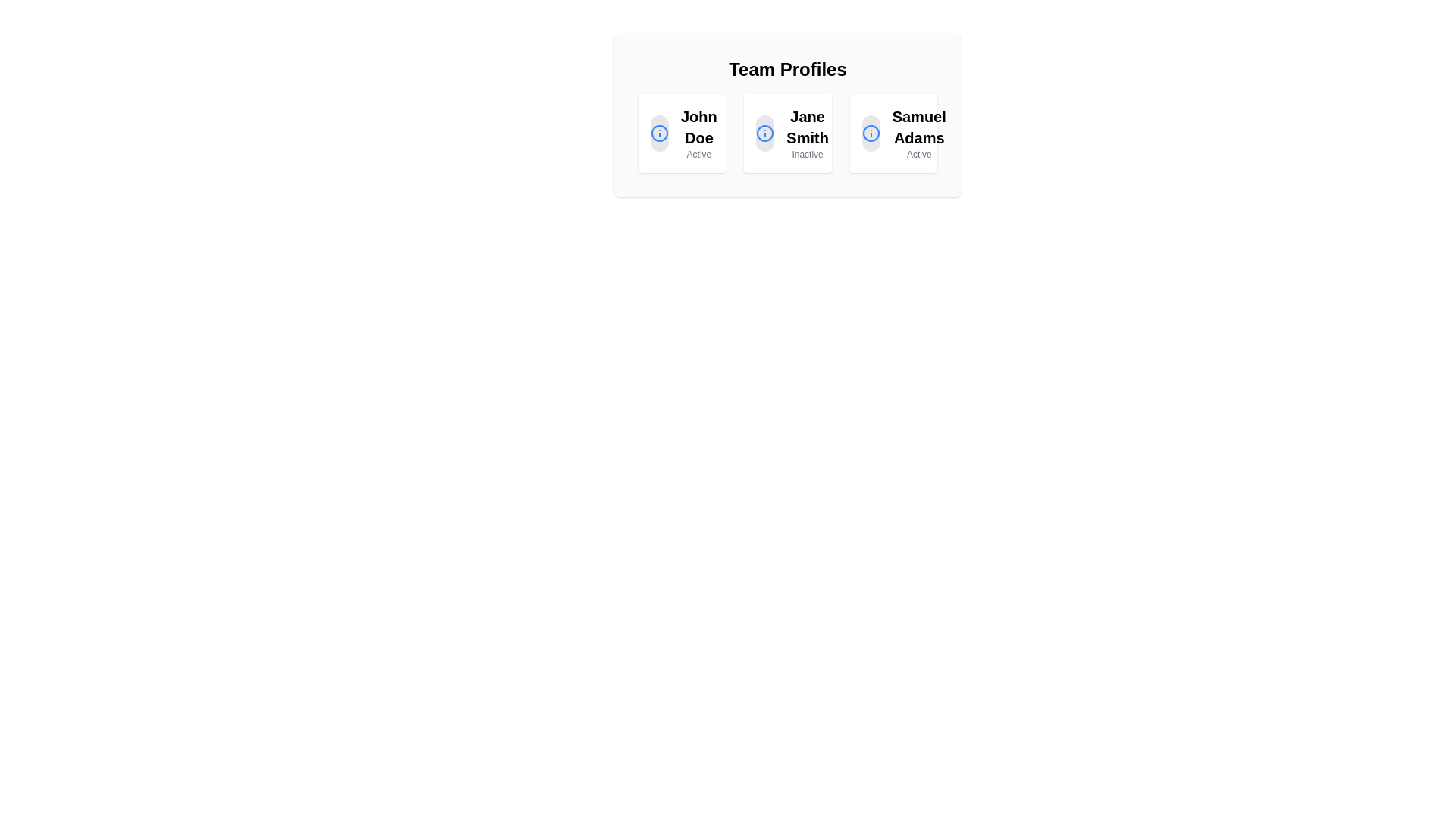 Image resolution: width=1456 pixels, height=819 pixels. I want to click on the circular icon with a light gray background and blue outlined circle containing an 'i' symbol, located above the text 'Jane Smith', so click(765, 133).